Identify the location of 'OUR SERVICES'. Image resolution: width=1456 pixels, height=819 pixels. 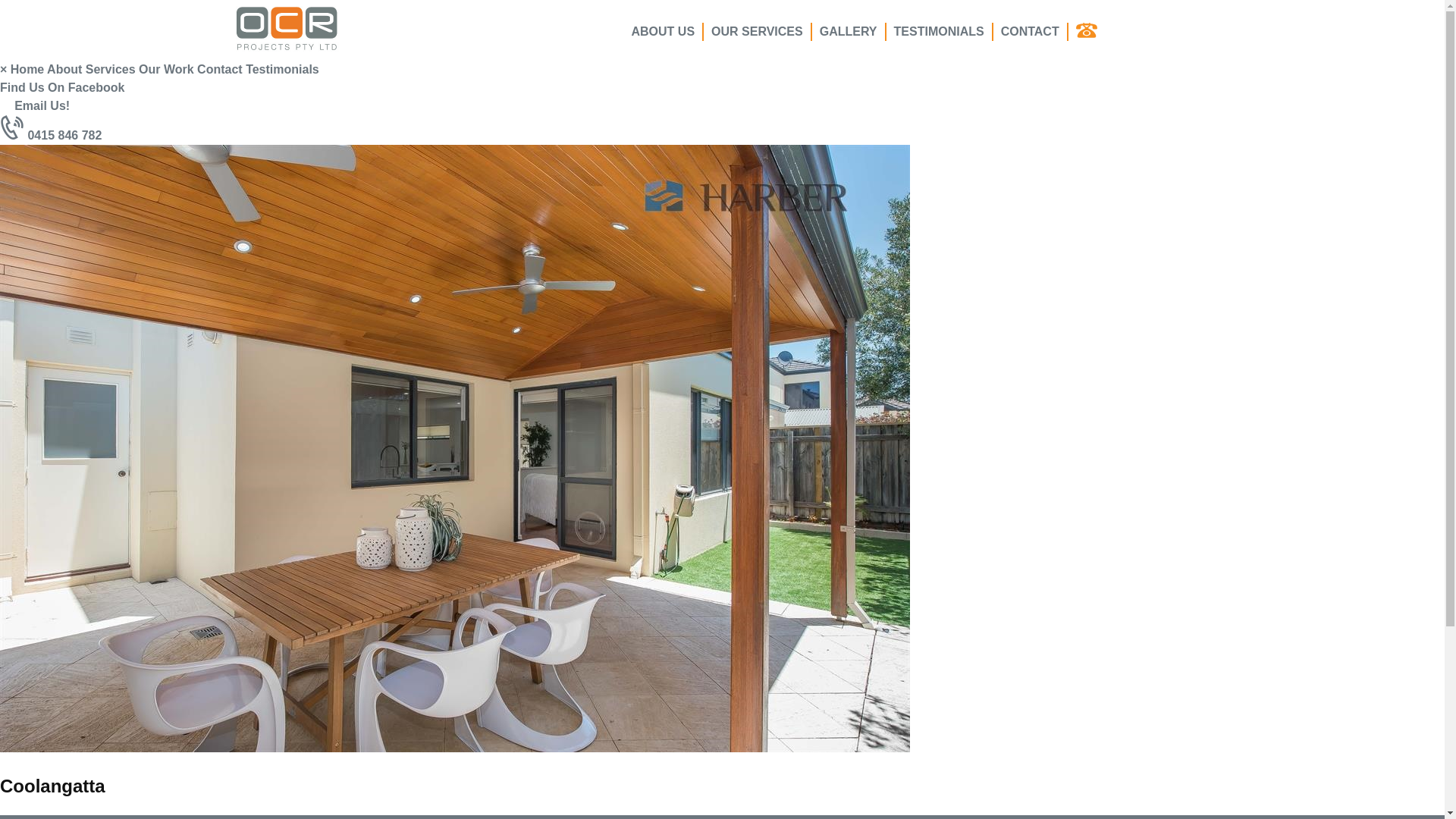
(758, 32).